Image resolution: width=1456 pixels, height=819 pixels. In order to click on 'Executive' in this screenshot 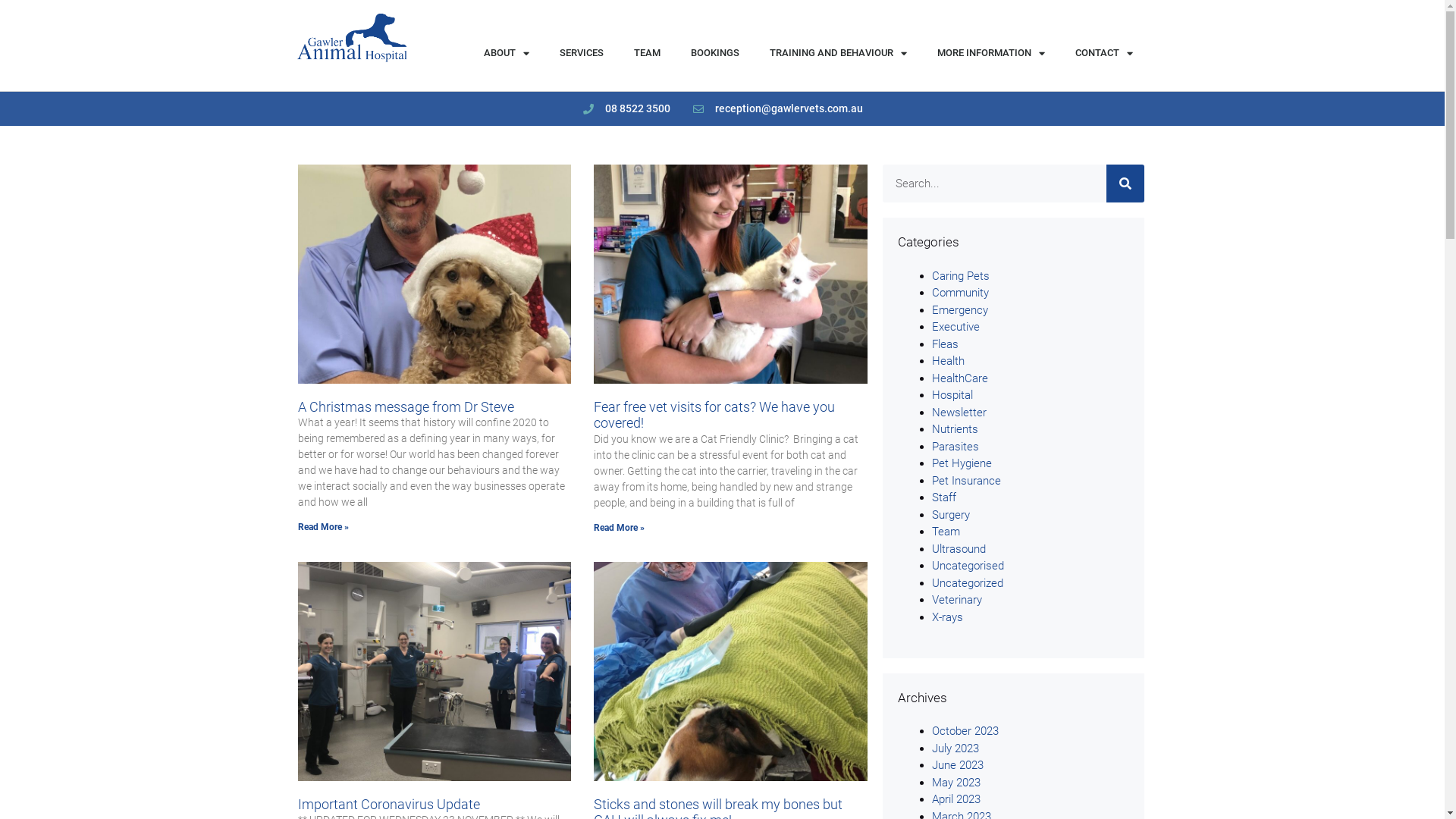, I will do `click(955, 326)`.